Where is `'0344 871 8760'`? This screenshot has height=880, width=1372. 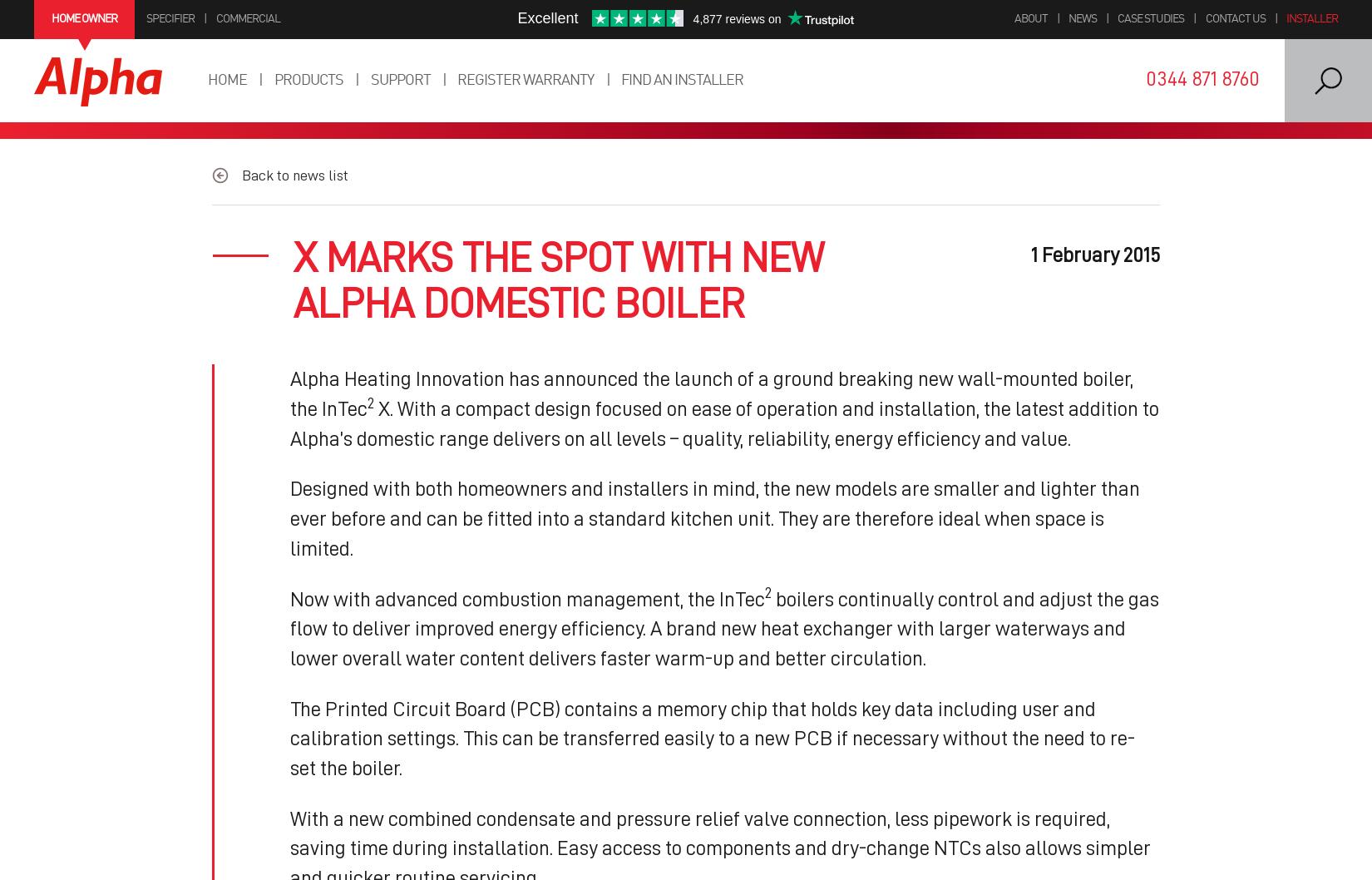 '0344 871 8760' is located at coordinates (1202, 77).